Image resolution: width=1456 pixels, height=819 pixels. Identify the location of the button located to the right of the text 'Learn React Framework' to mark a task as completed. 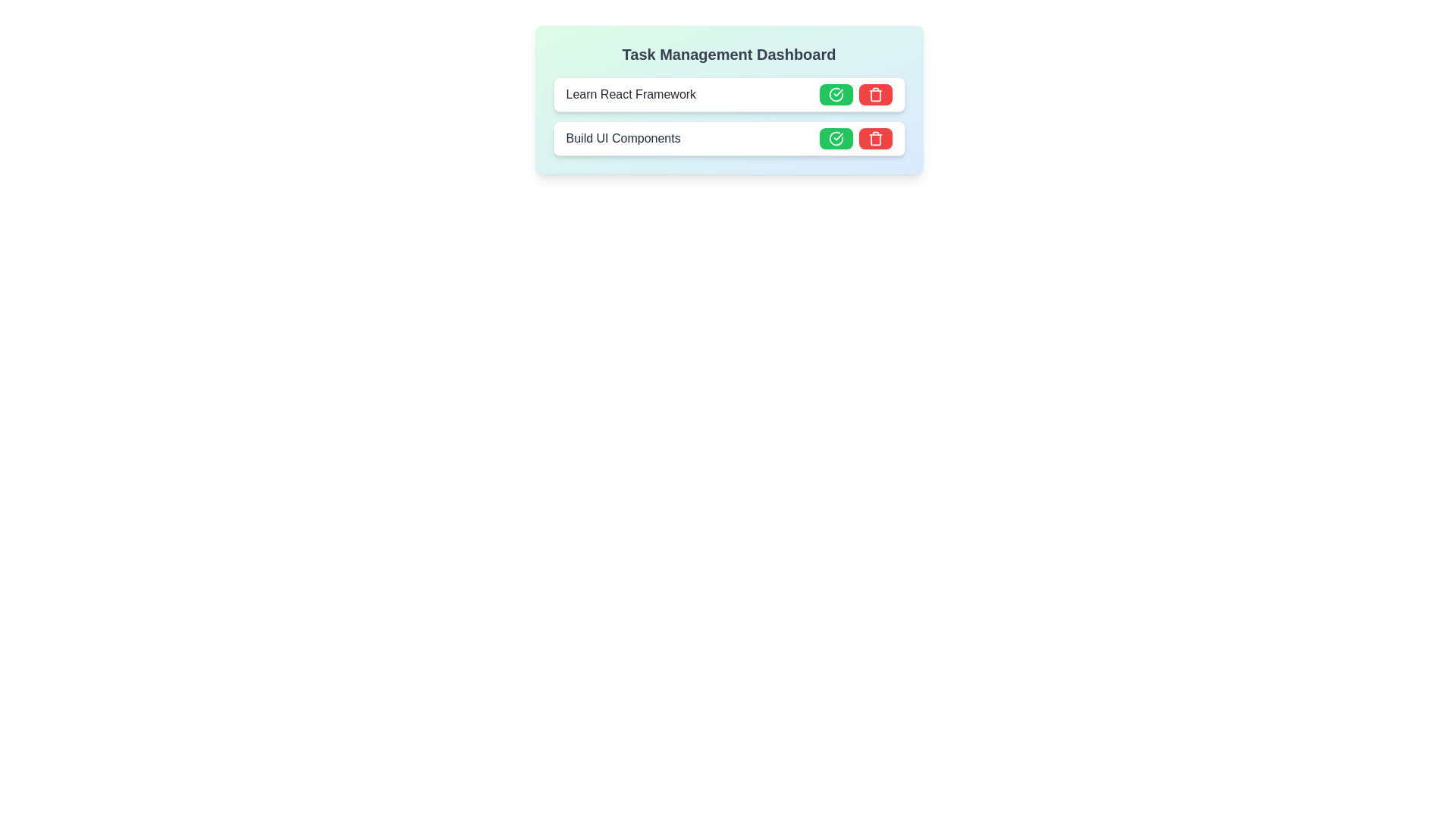
(835, 94).